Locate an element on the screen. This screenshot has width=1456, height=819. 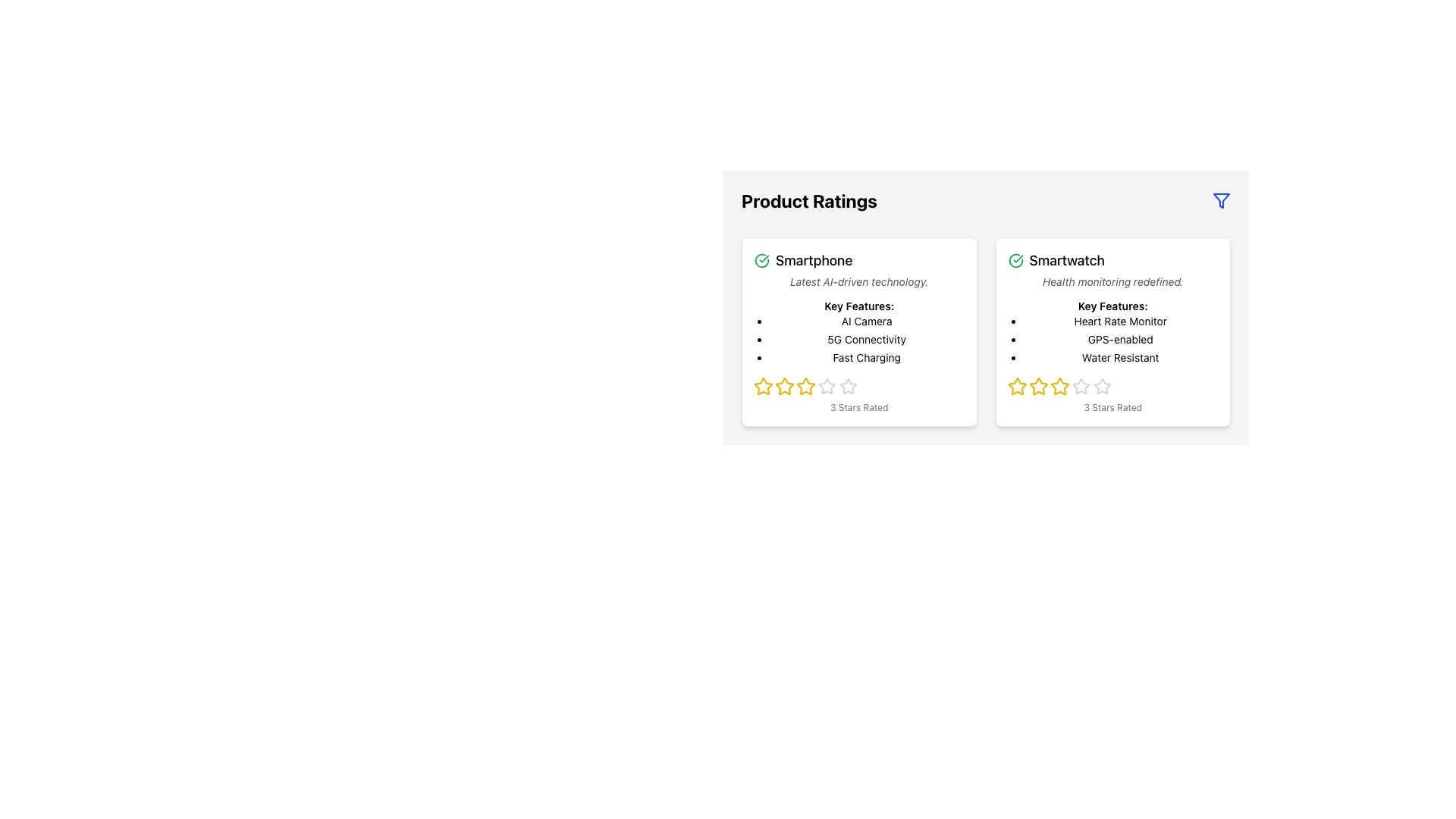
the 'Heart Rate Monitor' text label, which is the first item in the list of key features for the smartwatch, located under the 'Key Features:' heading is located at coordinates (1120, 321).